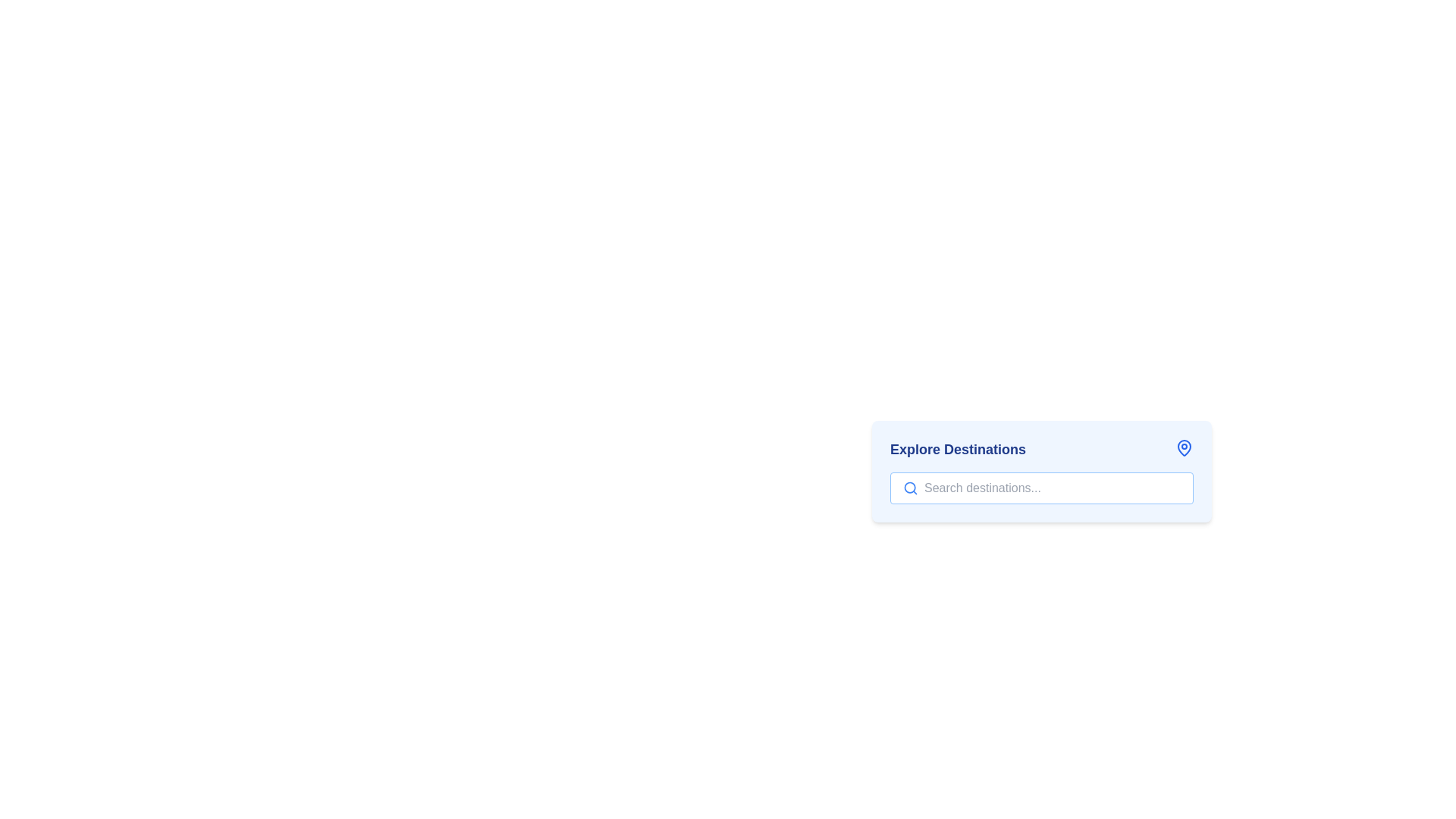 The width and height of the screenshot is (1456, 819). What do you see at coordinates (1183, 447) in the screenshot?
I see `the blue-colored map pin icon with rounded edges and a hollow center located in the header area of the 'Explore Destinations' section to initiate a location-related feature` at bounding box center [1183, 447].